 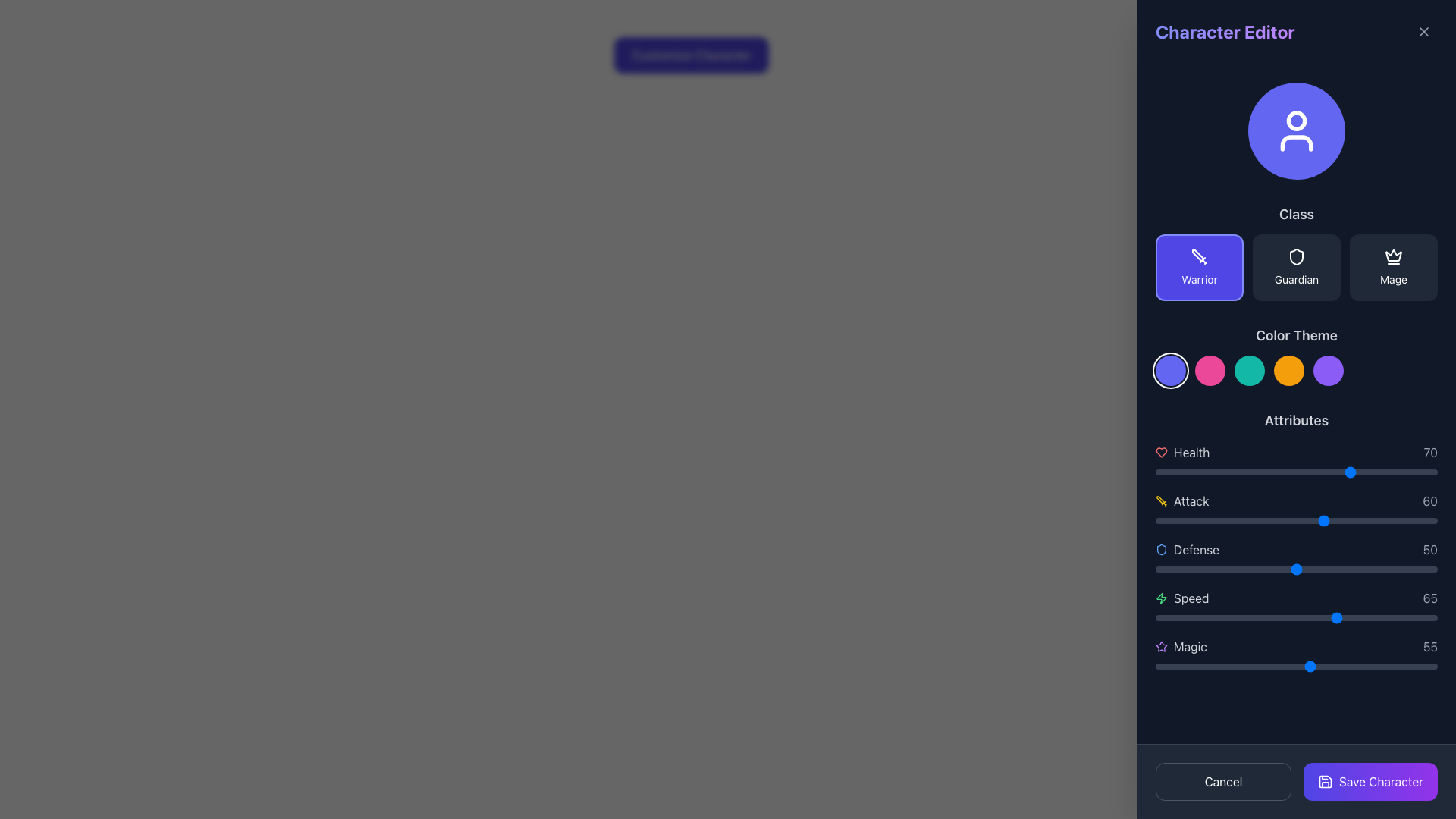 What do you see at coordinates (1160, 598) in the screenshot?
I see `the lightning bolt icon with a green outline, which represents the 'Speed' attribute in the right-hand side panel under the 'Attributes' section` at bounding box center [1160, 598].